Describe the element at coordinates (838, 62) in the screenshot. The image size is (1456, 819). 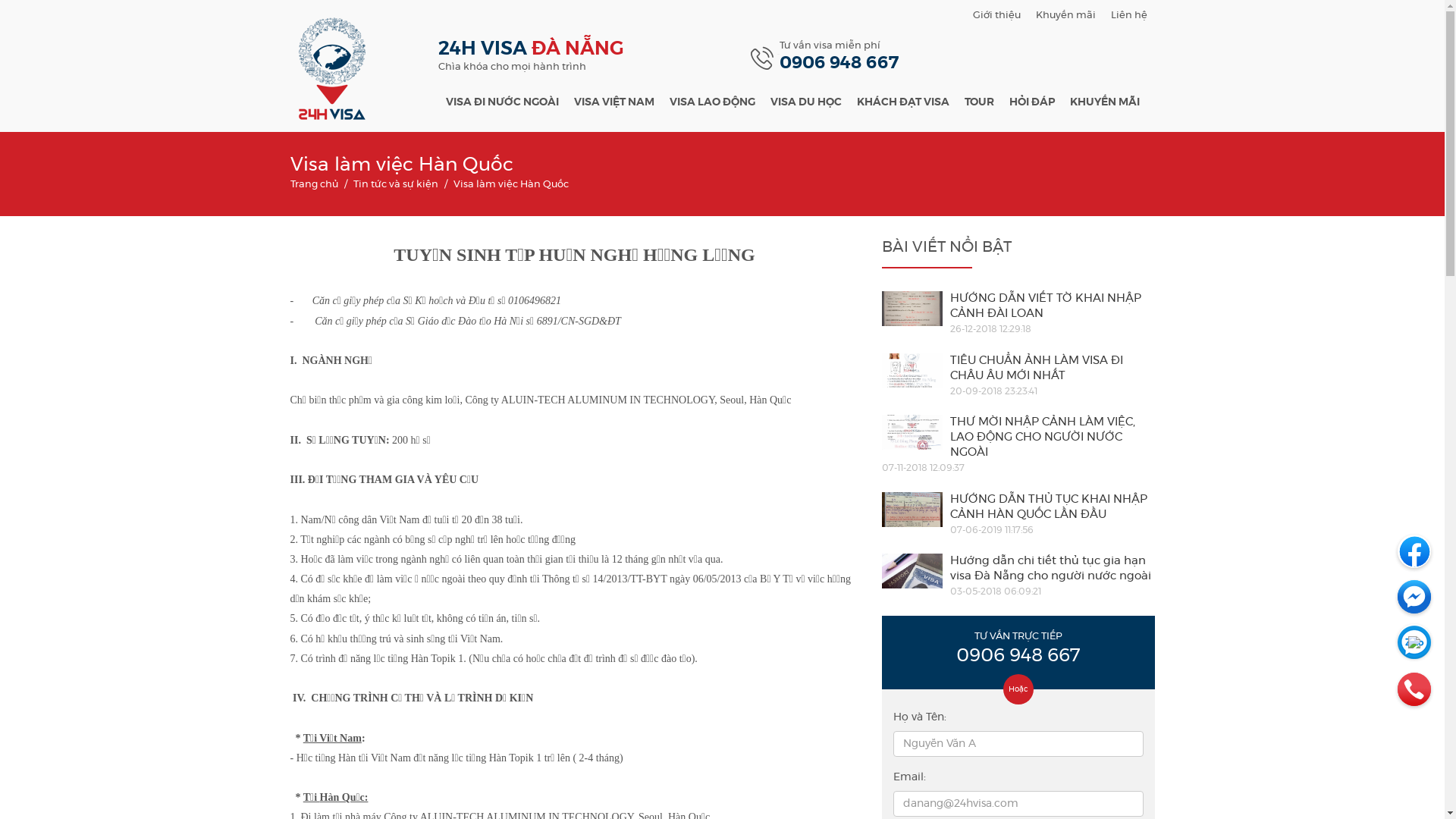
I see `'0906 948 667'` at that location.